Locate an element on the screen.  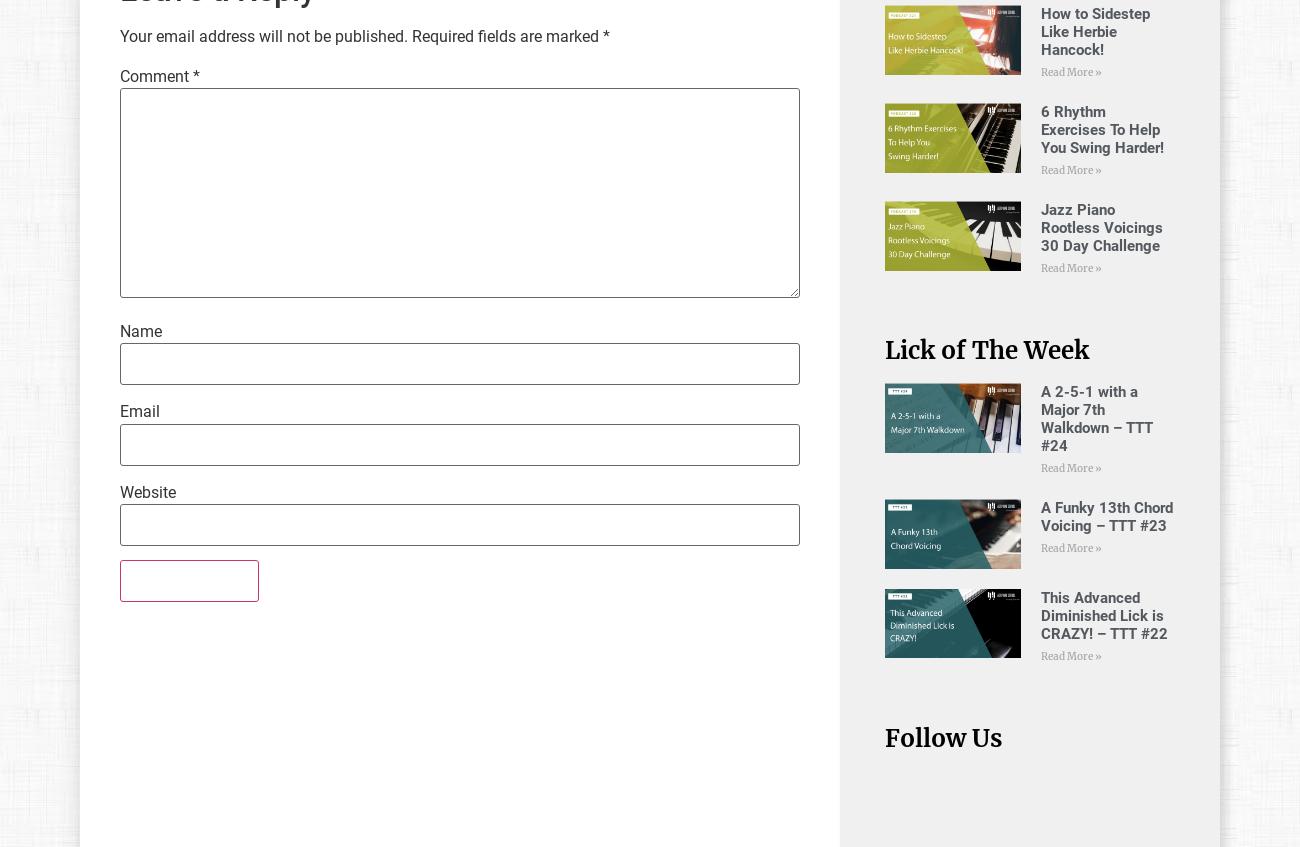
'This Advanced Diminished Lick is CRAZY! – TTT #22' is located at coordinates (1103, 614).